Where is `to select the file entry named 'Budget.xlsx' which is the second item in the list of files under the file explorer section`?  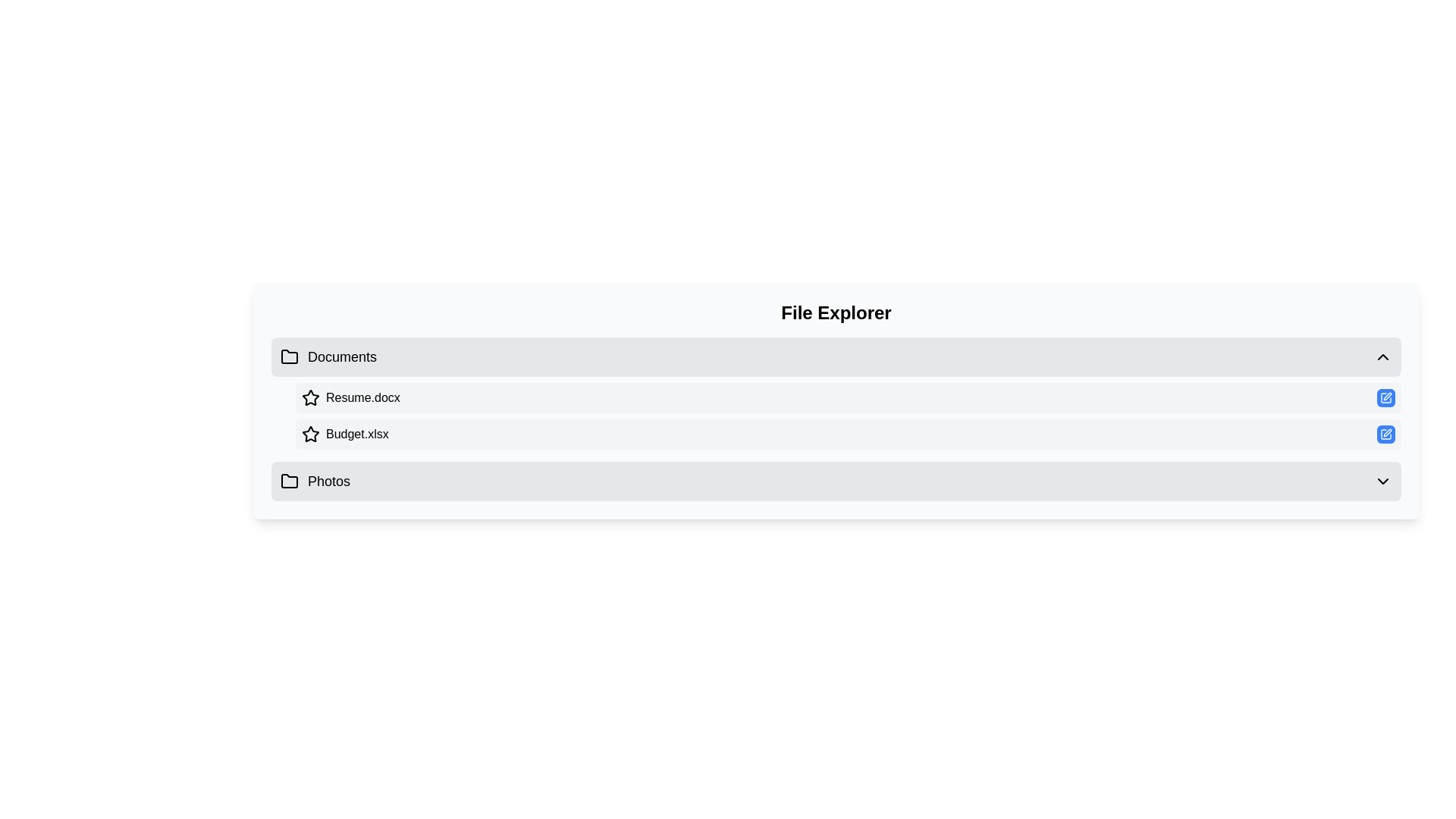 to select the file entry named 'Budget.xlsx' which is the second item in the list of files under the file explorer section is located at coordinates (847, 435).